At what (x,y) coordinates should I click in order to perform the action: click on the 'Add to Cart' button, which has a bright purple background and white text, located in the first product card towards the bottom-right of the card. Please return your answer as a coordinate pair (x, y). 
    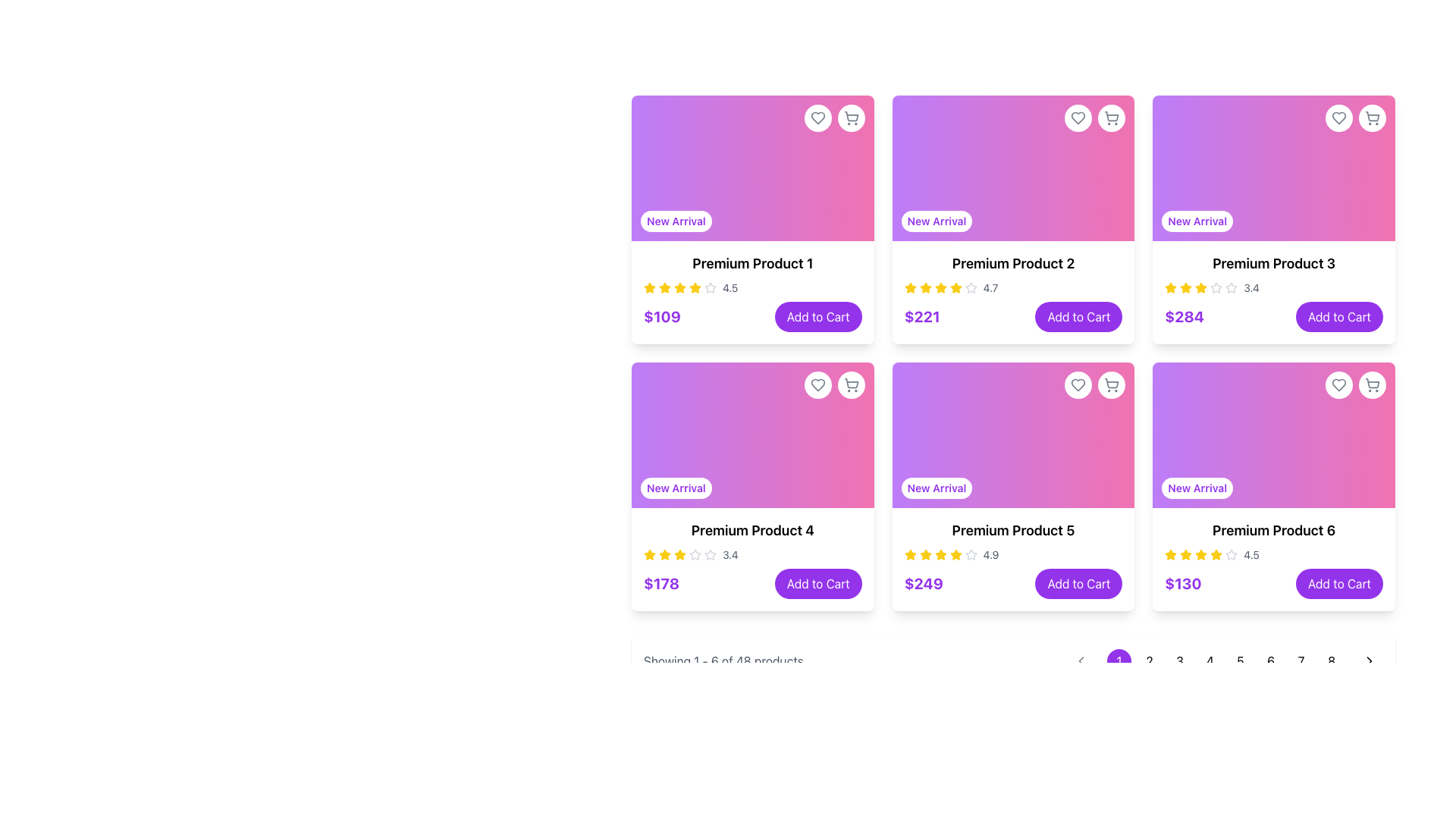
    Looking at the image, I should click on (817, 315).